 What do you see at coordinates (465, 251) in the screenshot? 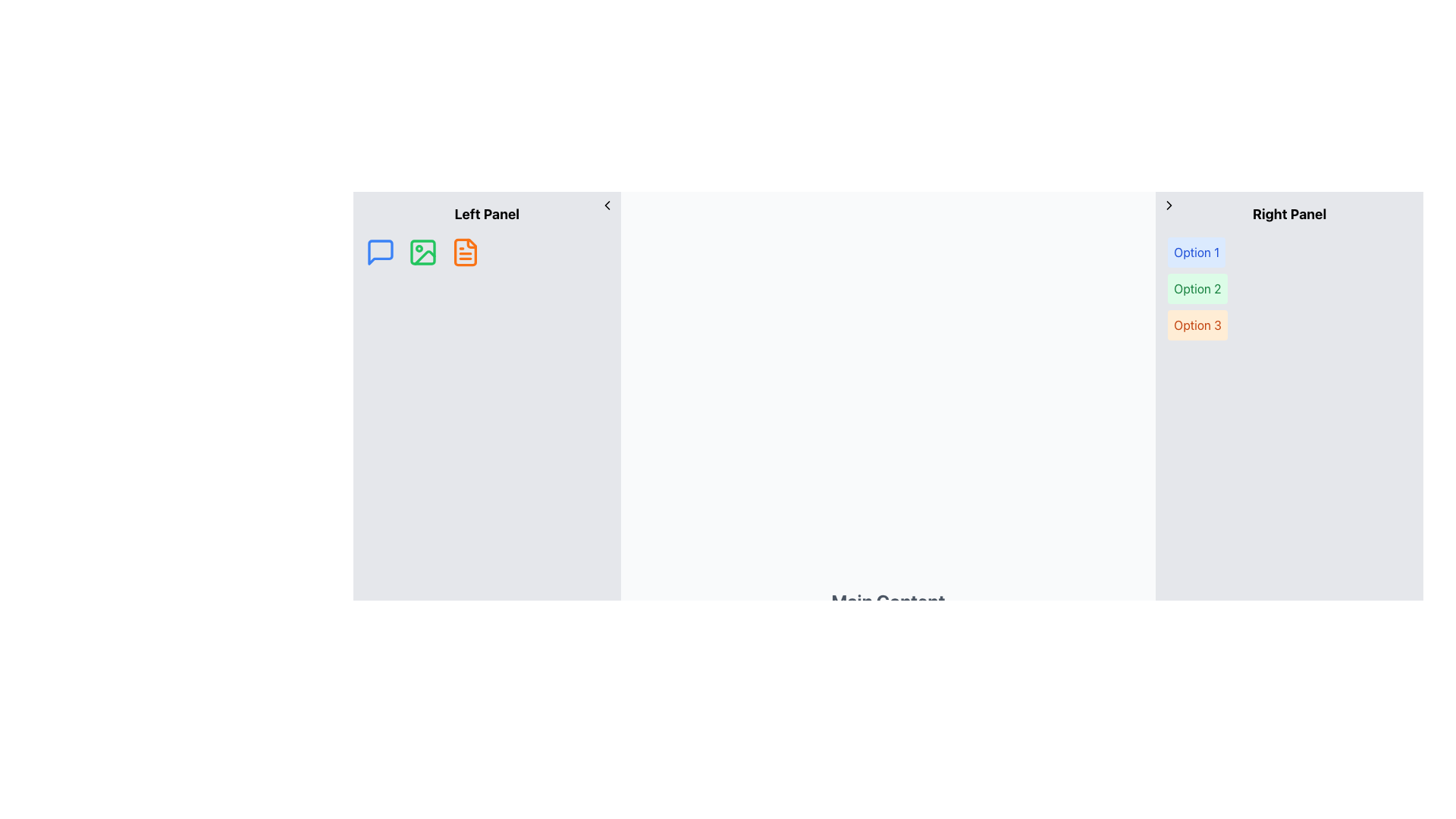
I see `the third icon in the vertical arrangement of the 'Left Panel' section to initiate file/document functionality` at bounding box center [465, 251].